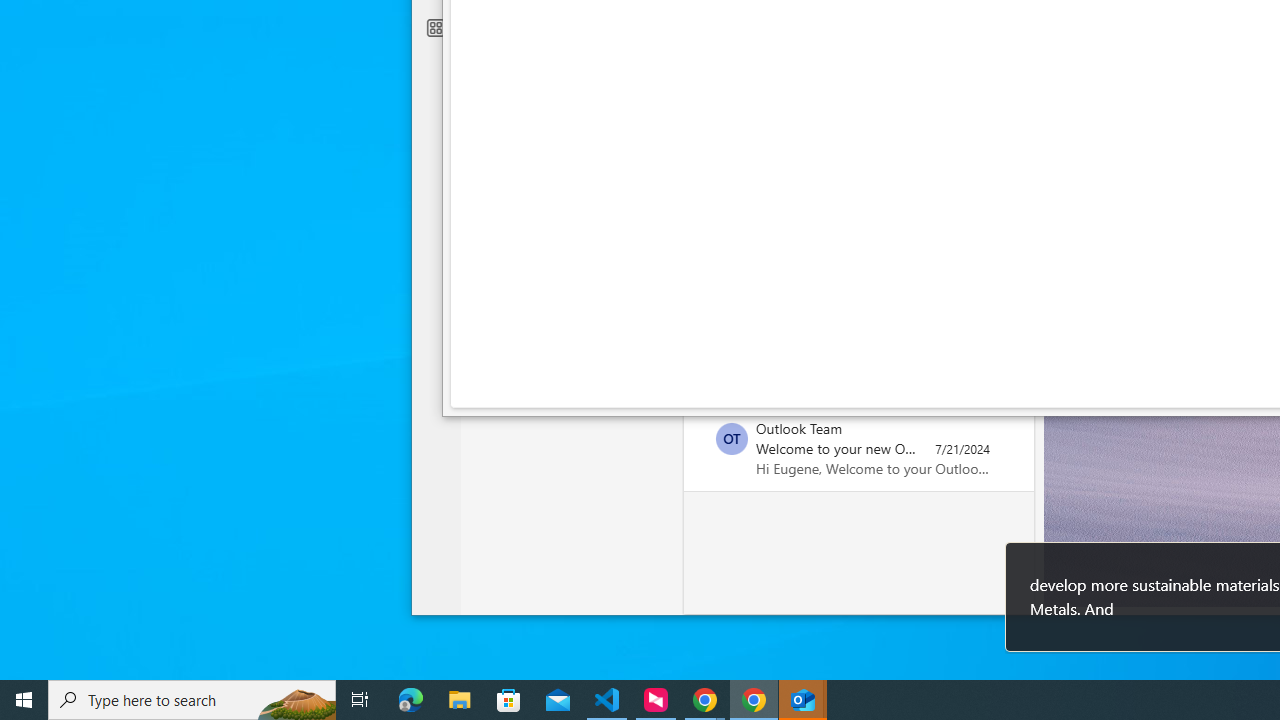  I want to click on 'Type here to search', so click(192, 698).